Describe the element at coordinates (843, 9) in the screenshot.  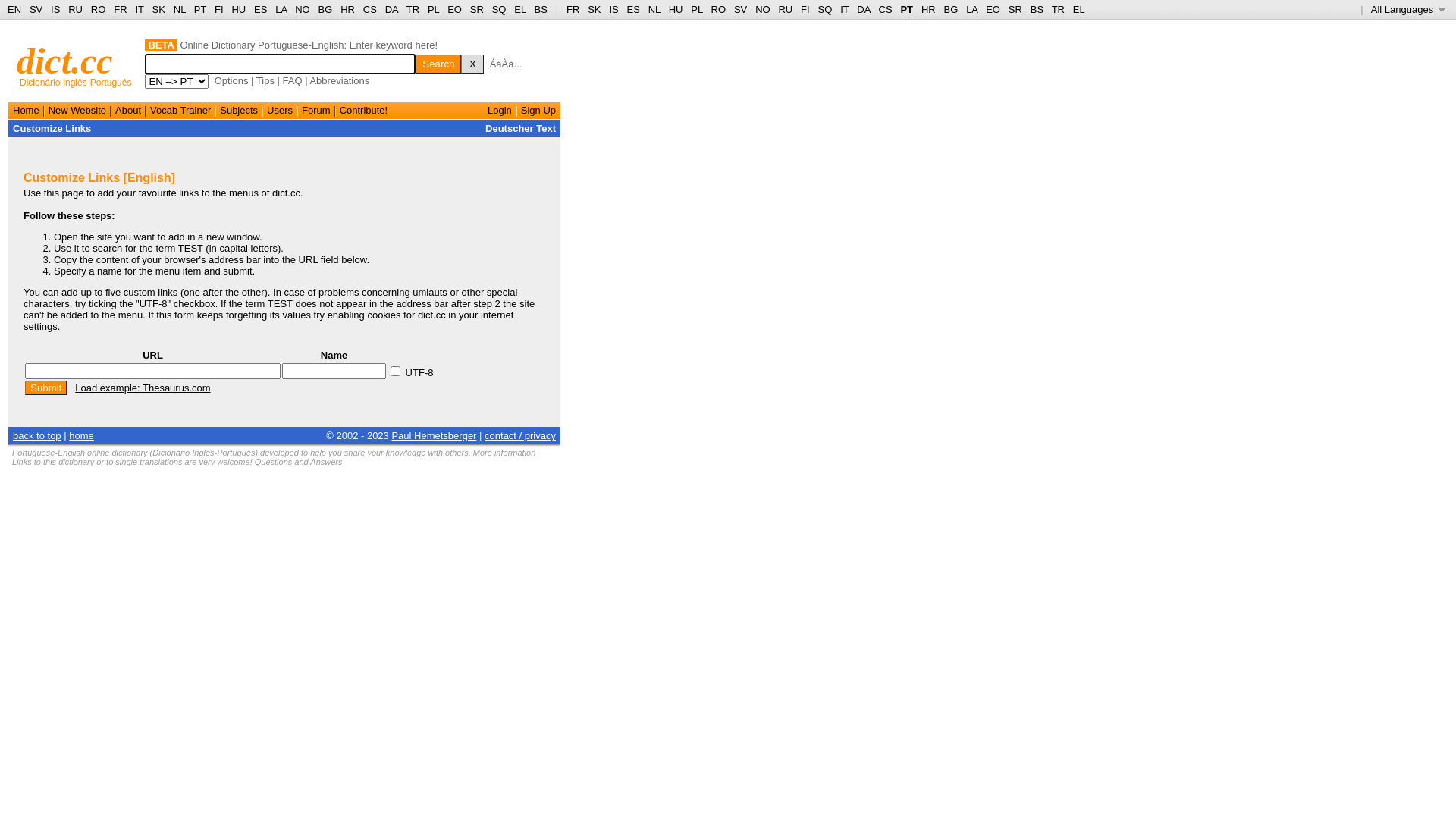
I see `'IT'` at that location.